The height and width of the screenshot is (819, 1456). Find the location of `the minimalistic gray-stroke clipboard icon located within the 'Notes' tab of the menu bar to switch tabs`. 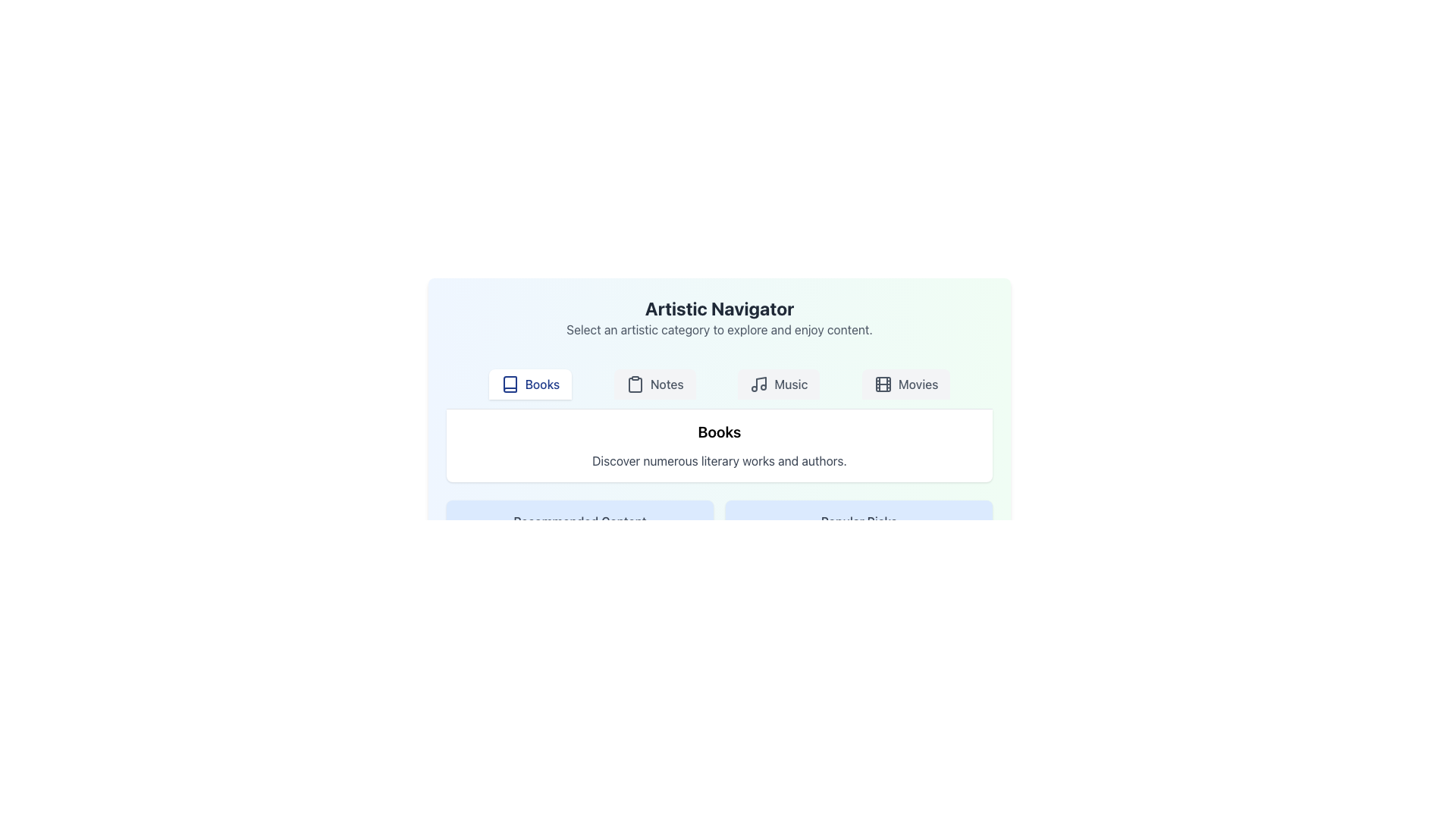

the minimalistic gray-stroke clipboard icon located within the 'Notes' tab of the menu bar to switch tabs is located at coordinates (635, 383).